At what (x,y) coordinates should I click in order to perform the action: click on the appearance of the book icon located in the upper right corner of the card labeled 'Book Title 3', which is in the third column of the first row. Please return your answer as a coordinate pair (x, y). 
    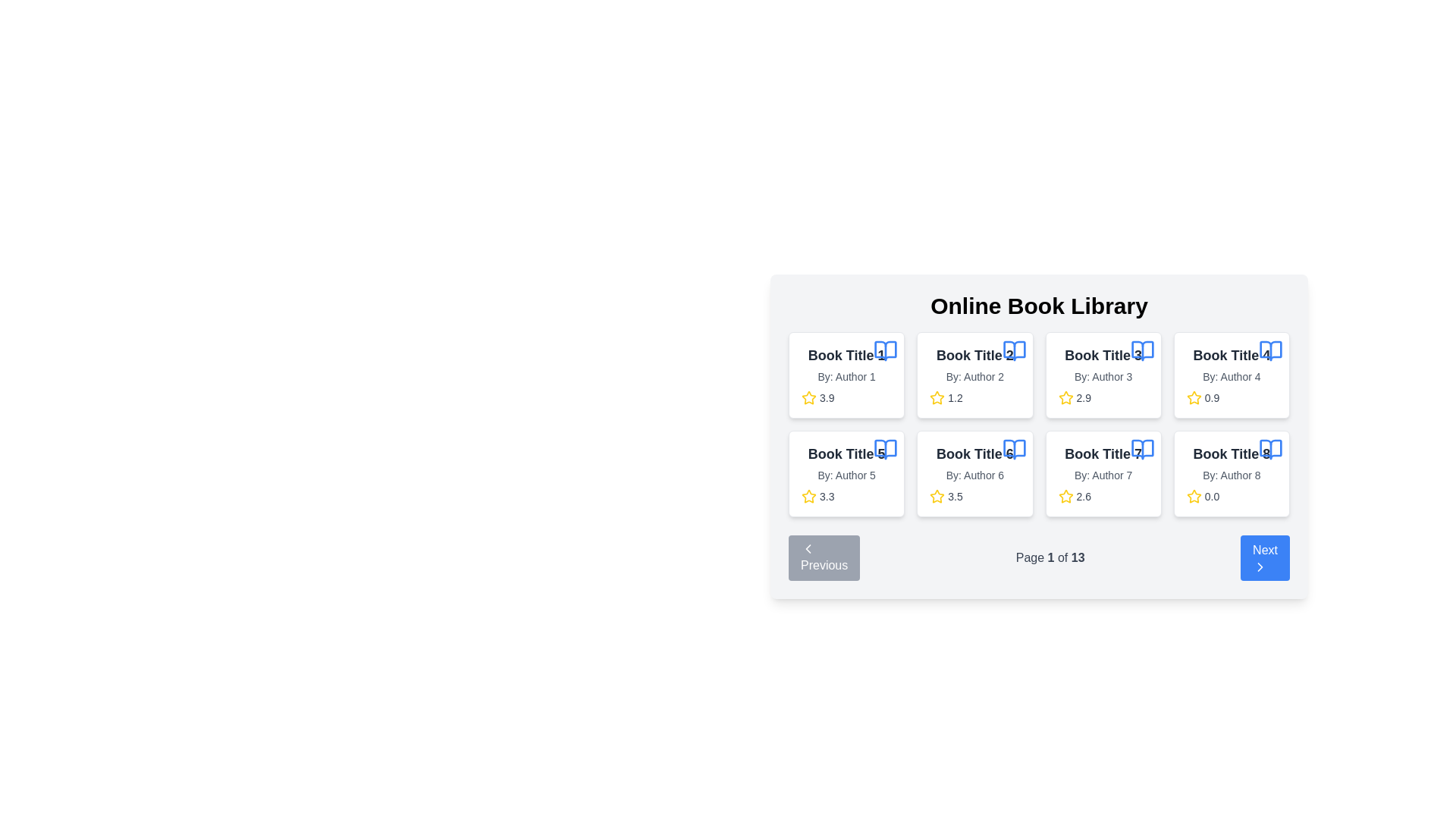
    Looking at the image, I should click on (1142, 350).